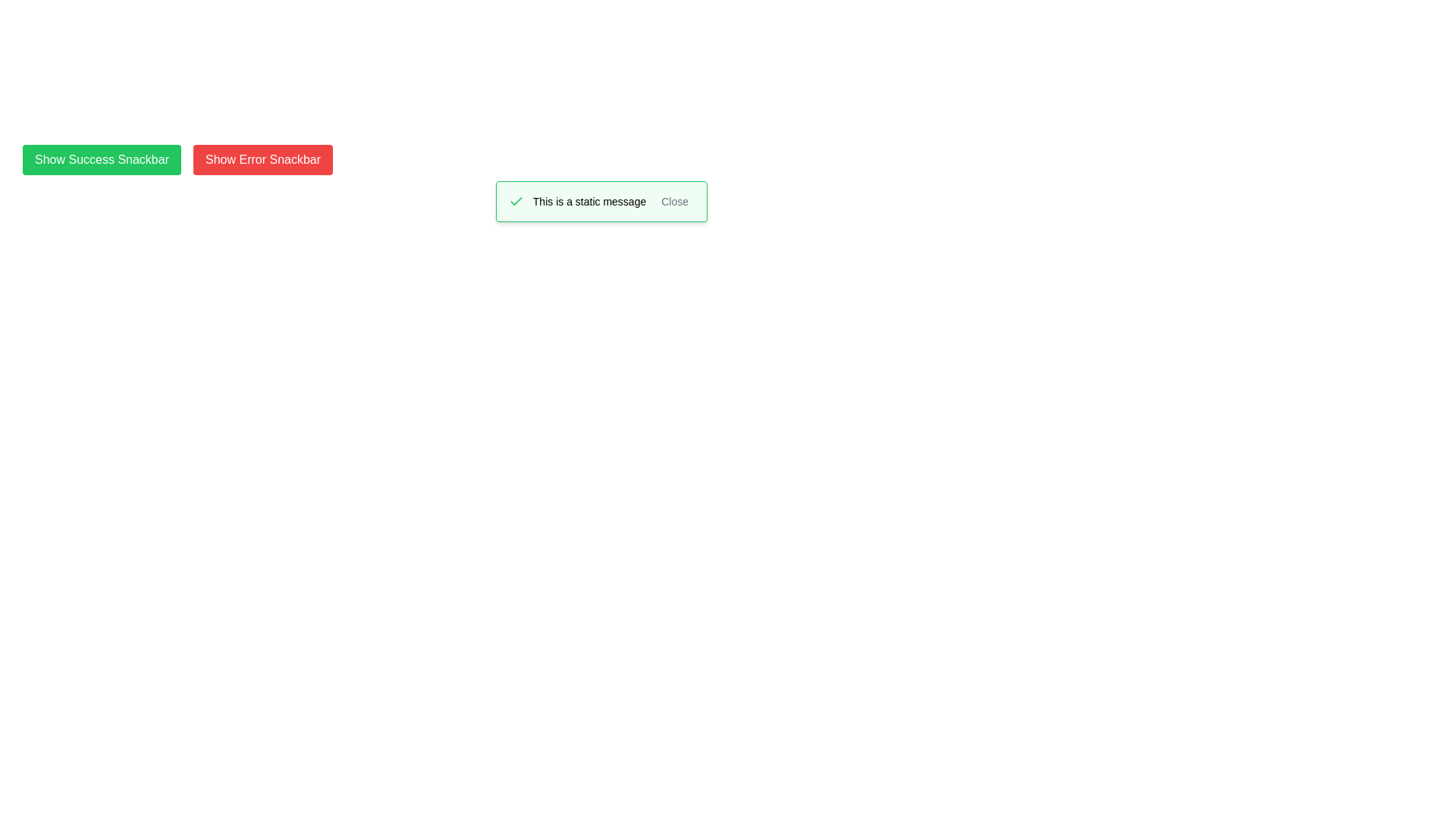 The image size is (1456, 819). What do you see at coordinates (262, 160) in the screenshot?
I see `the red button labeled 'Show Error Snackbar'` at bounding box center [262, 160].